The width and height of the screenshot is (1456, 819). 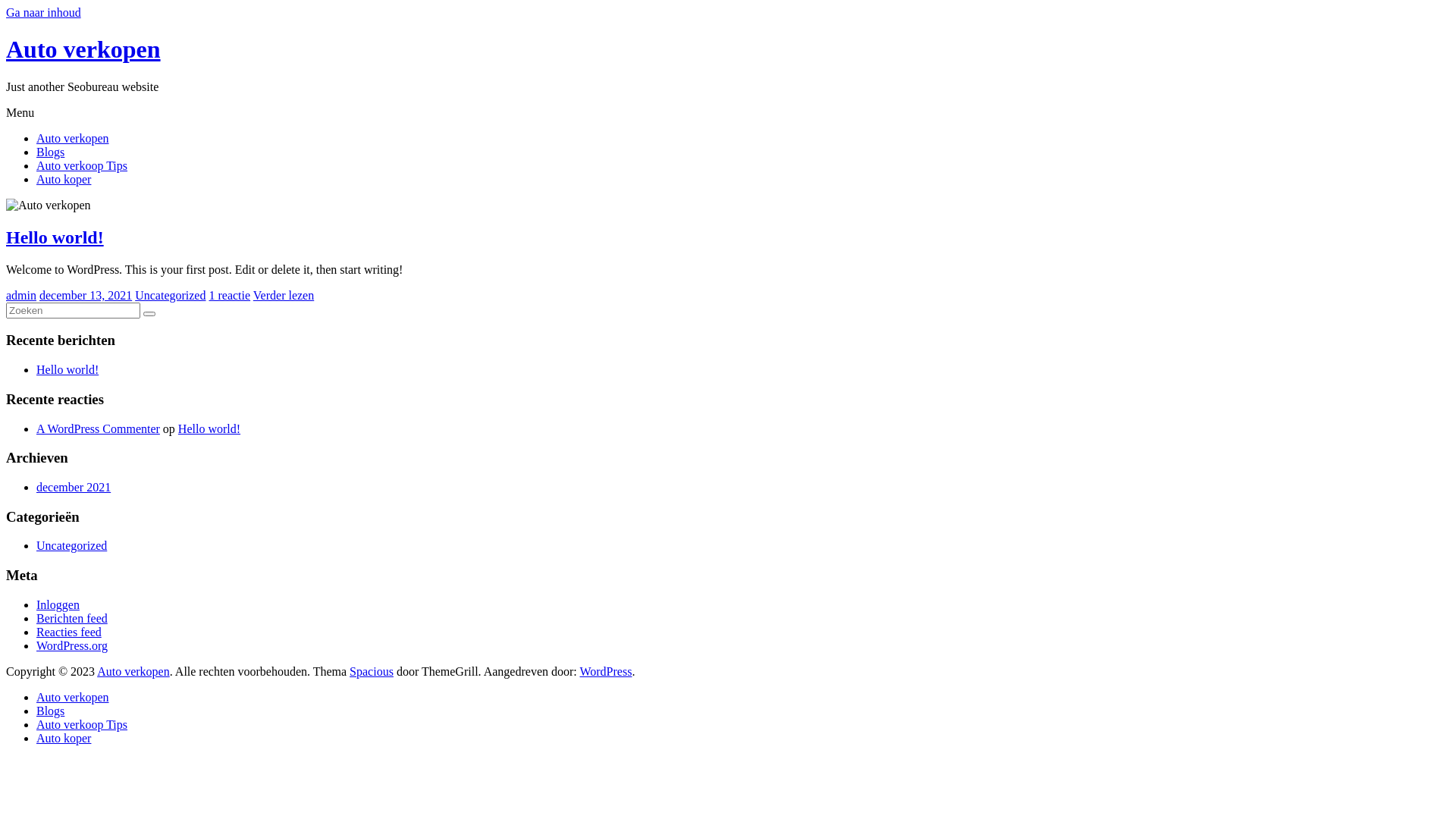 What do you see at coordinates (97, 428) in the screenshot?
I see `'A WordPress Commenter'` at bounding box center [97, 428].